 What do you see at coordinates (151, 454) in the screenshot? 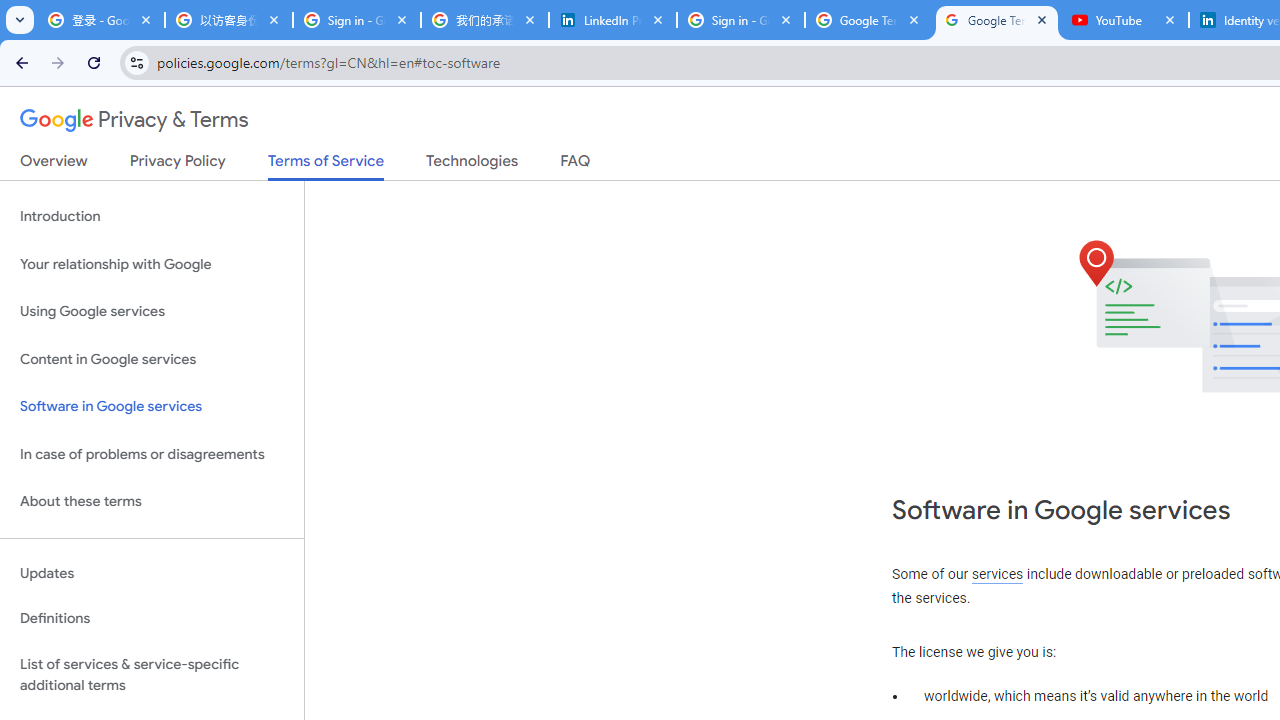
I see `'In case of problems or disagreements'` at bounding box center [151, 454].